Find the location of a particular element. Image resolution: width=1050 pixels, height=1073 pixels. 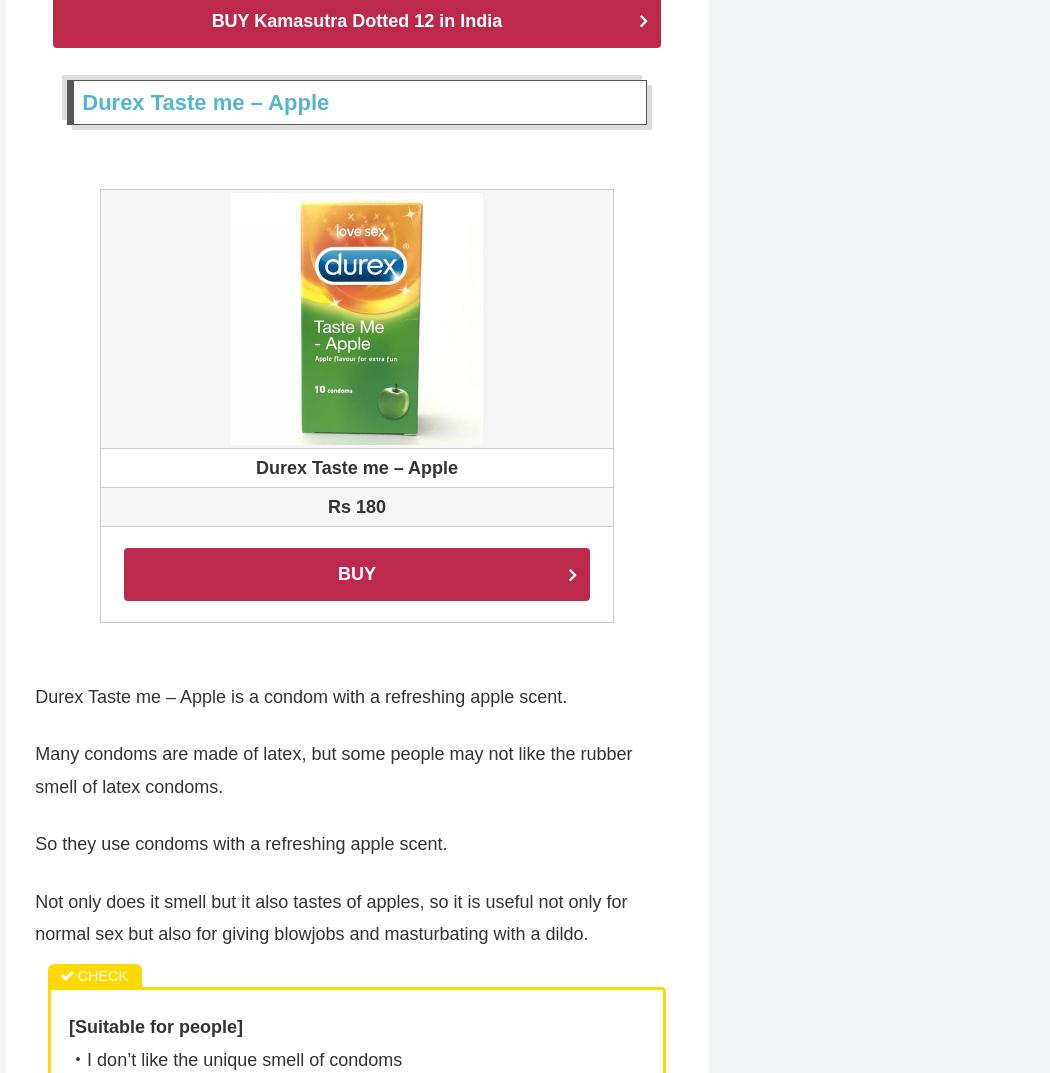

'BUY' is located at coordinates (355, 575).